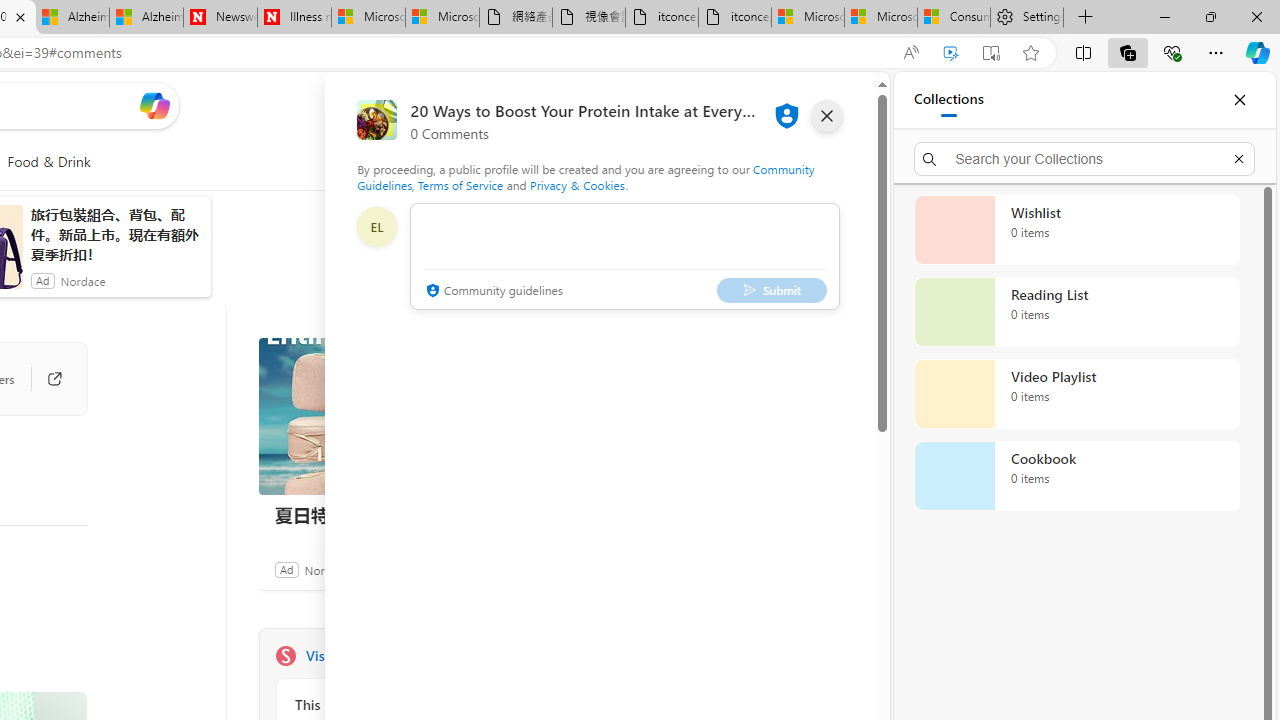  Describe the element at coordinates (1083, 158) in the screenshot. I see `'Search your Collections'` at that location.